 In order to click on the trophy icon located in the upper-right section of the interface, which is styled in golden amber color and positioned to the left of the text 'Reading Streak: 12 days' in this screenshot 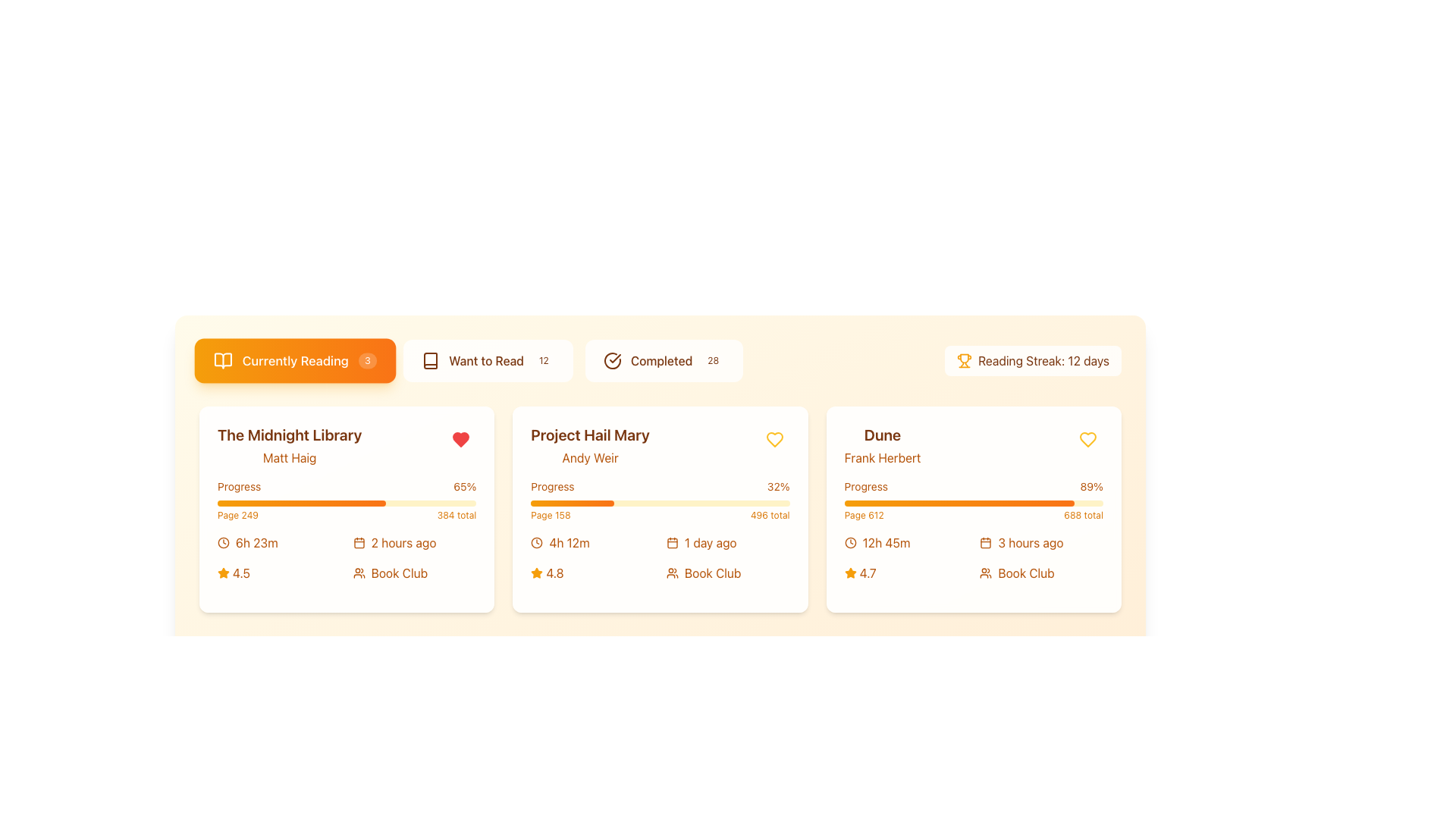, I will do `click(964, 360)`.